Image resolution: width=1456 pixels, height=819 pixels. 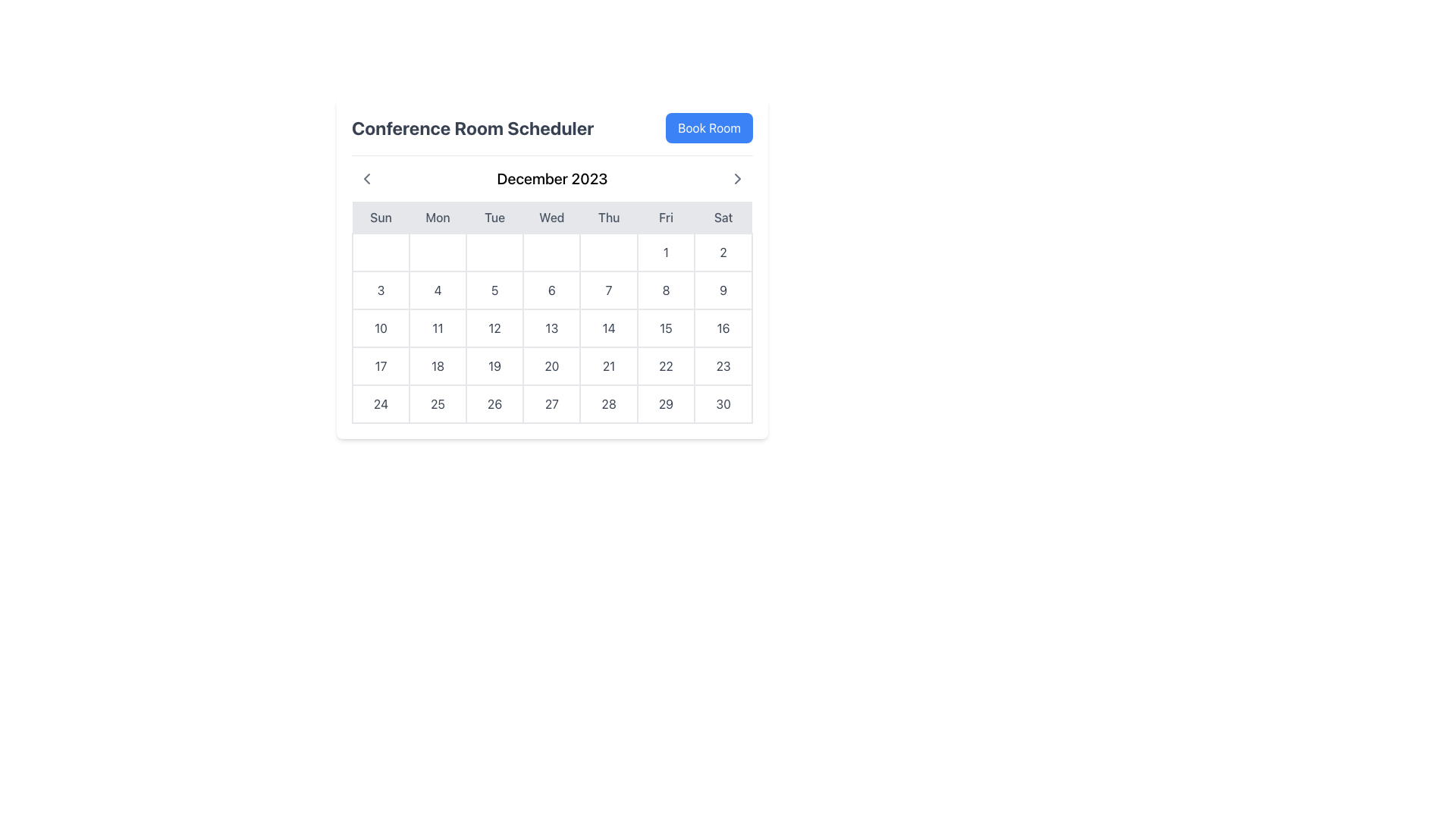 What do you see at coordinates (437, 403) in the screenshot?
I see `the date cell displaying the number '25' in bold black text` at bounding box center [437, 403].